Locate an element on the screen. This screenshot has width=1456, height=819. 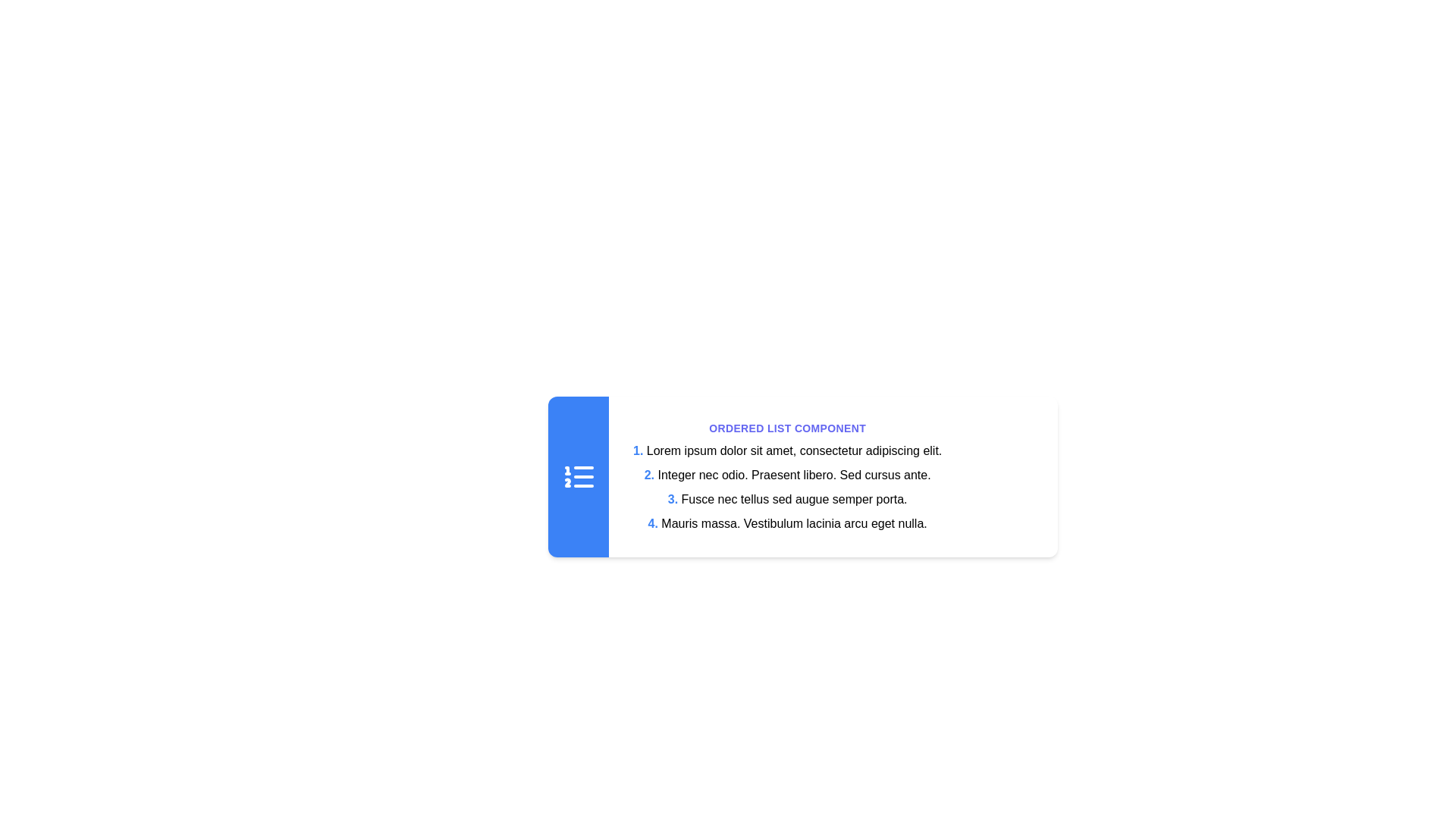
the third item in the ordered list below the heading 'Ordered List Component' is located at coordinates (787, 488).